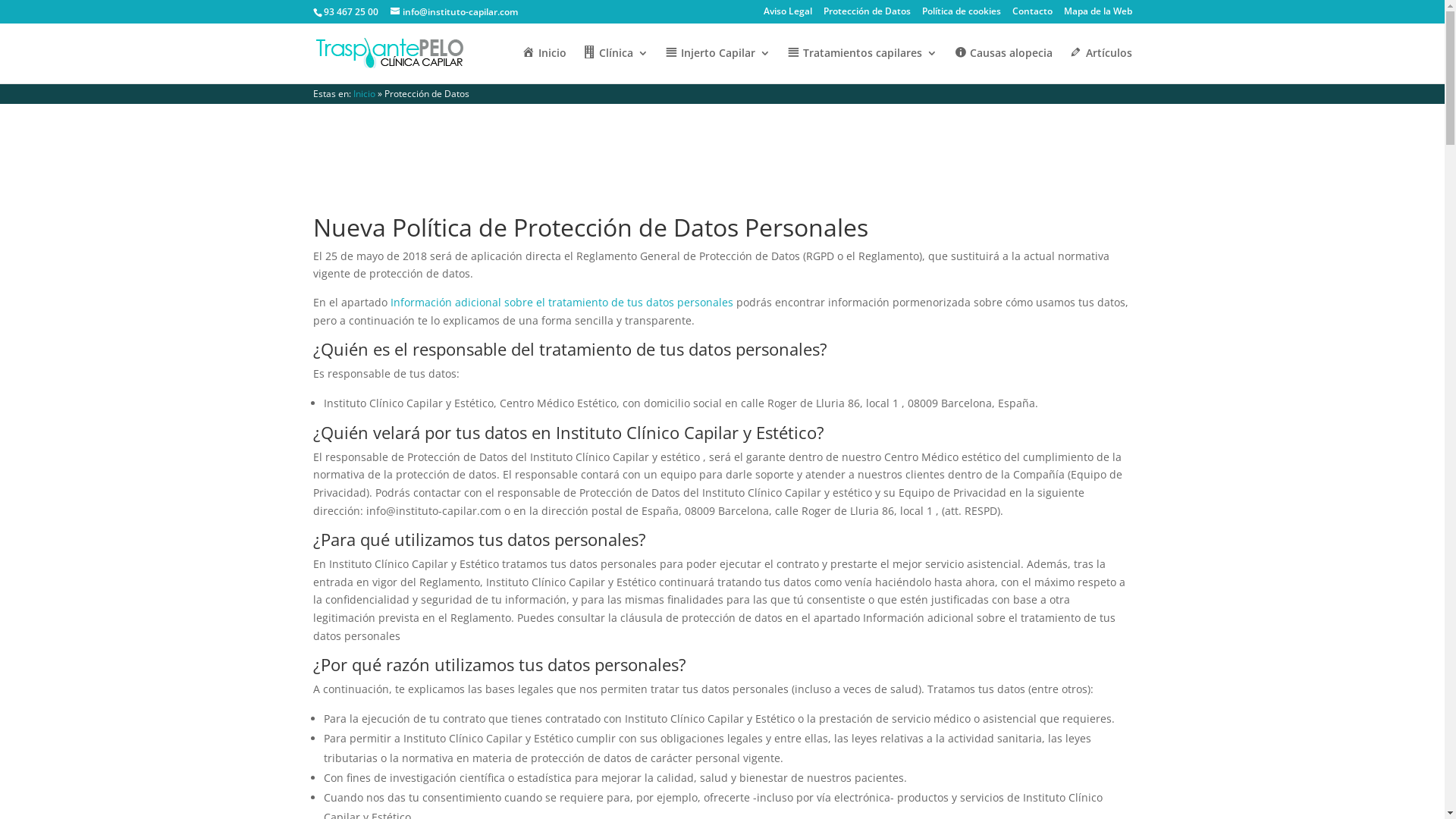 The width and height of the screenshot is (1456, 819). Describe the element at coordinates (862, 64) in the screenshot. I see `'Tratamientos capilares'` at that location.